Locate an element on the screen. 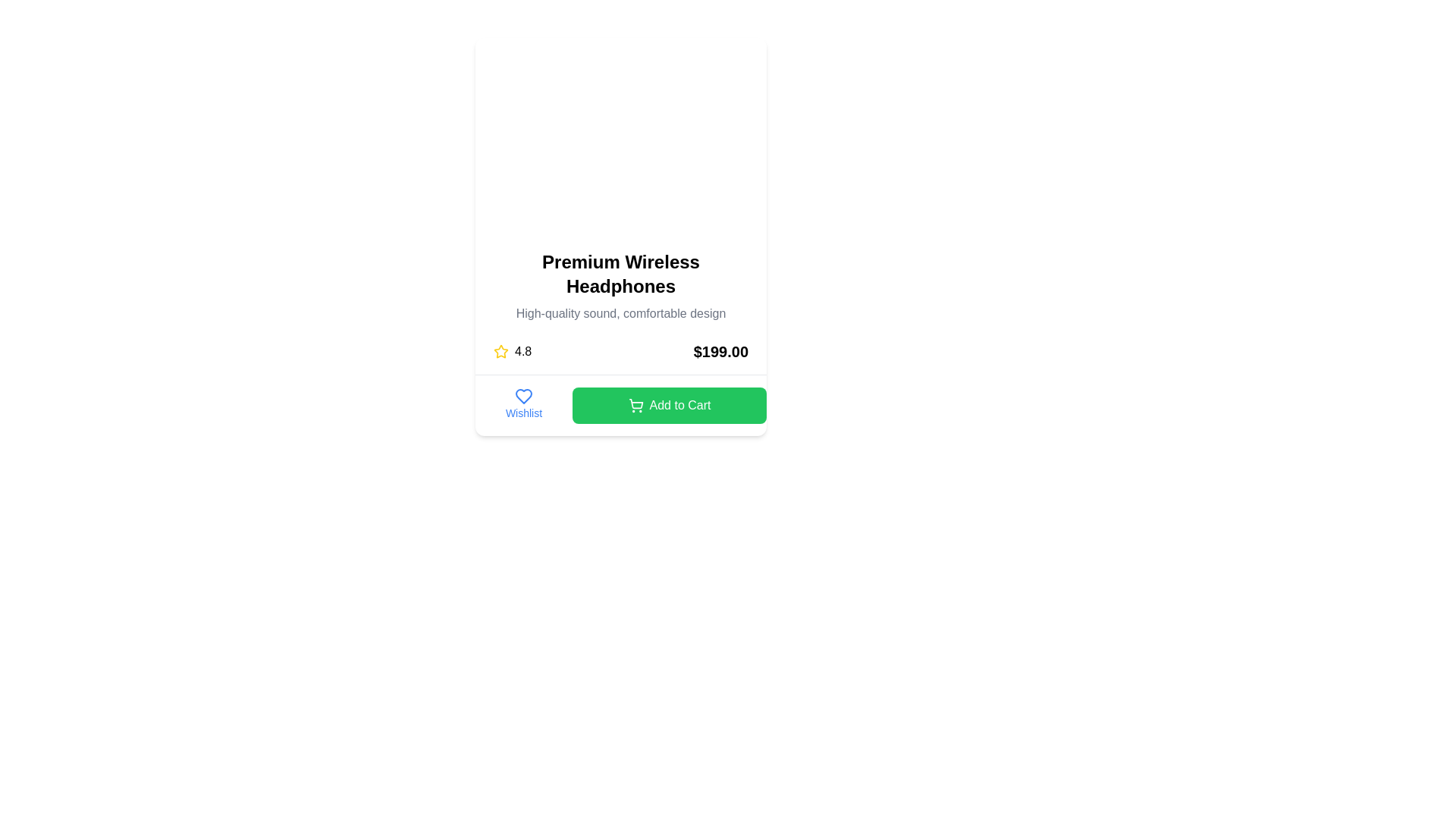 This screenshot has height=819, width=1456. text label displaying 'Wishlist', which is styled in blue and located below a heart icon in the product card layout is located at coordinates (524, 413).